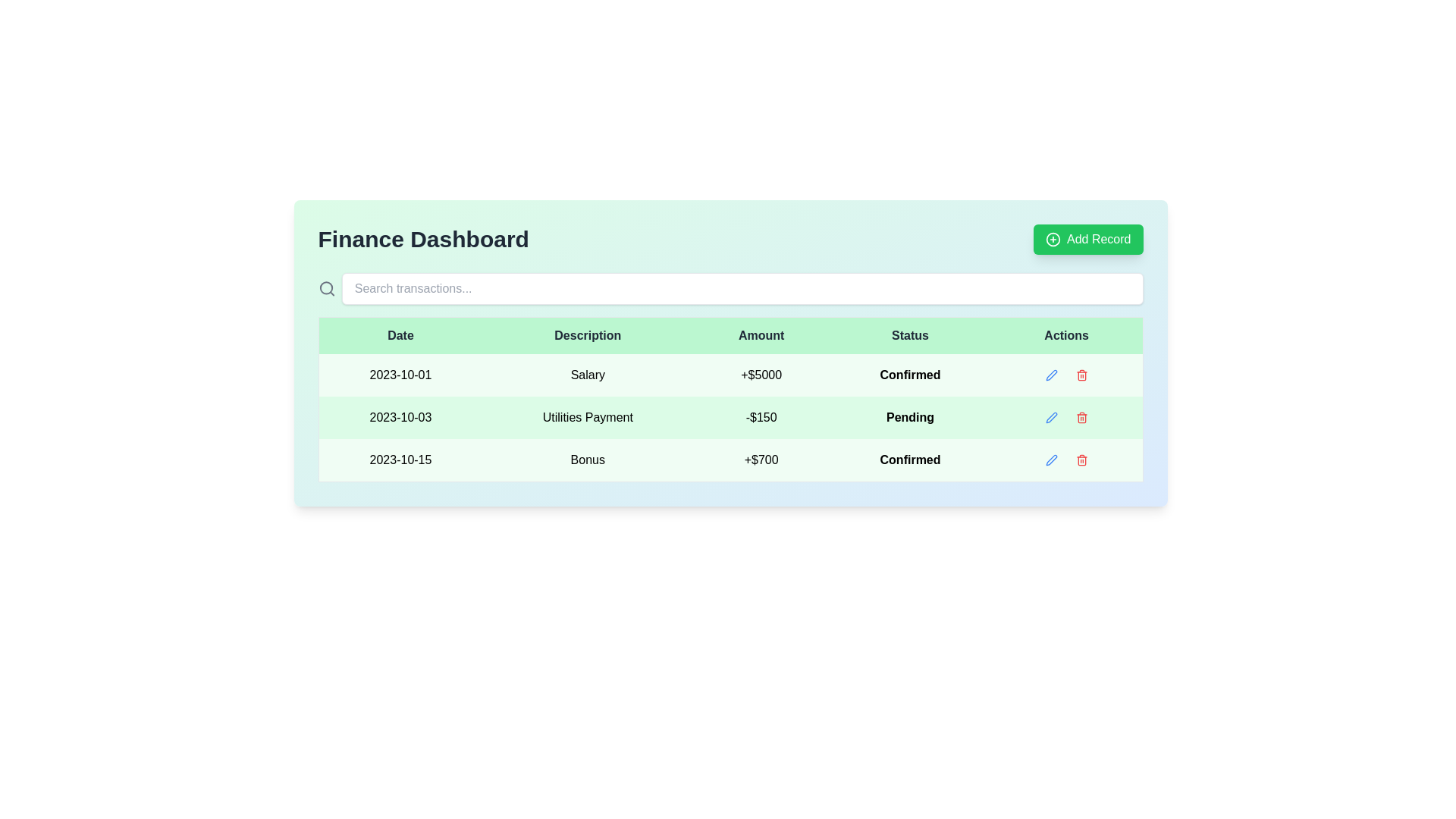  I want to click on displayed date '2023-10-03' from the table cell in the second row under the 'Date' column, so click(400, 418).